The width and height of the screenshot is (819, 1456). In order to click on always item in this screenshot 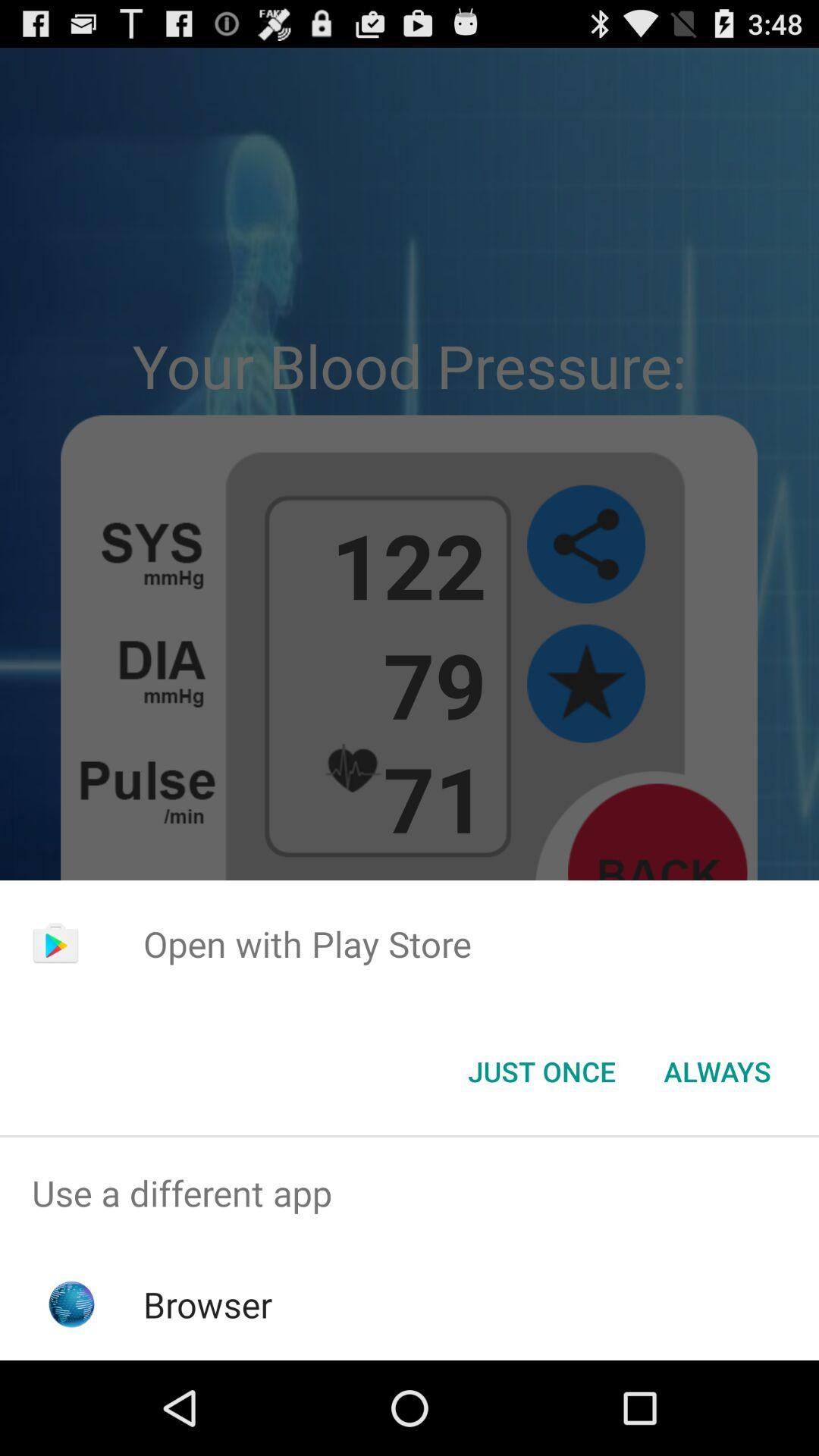, I will do `click(717, 1070)`.